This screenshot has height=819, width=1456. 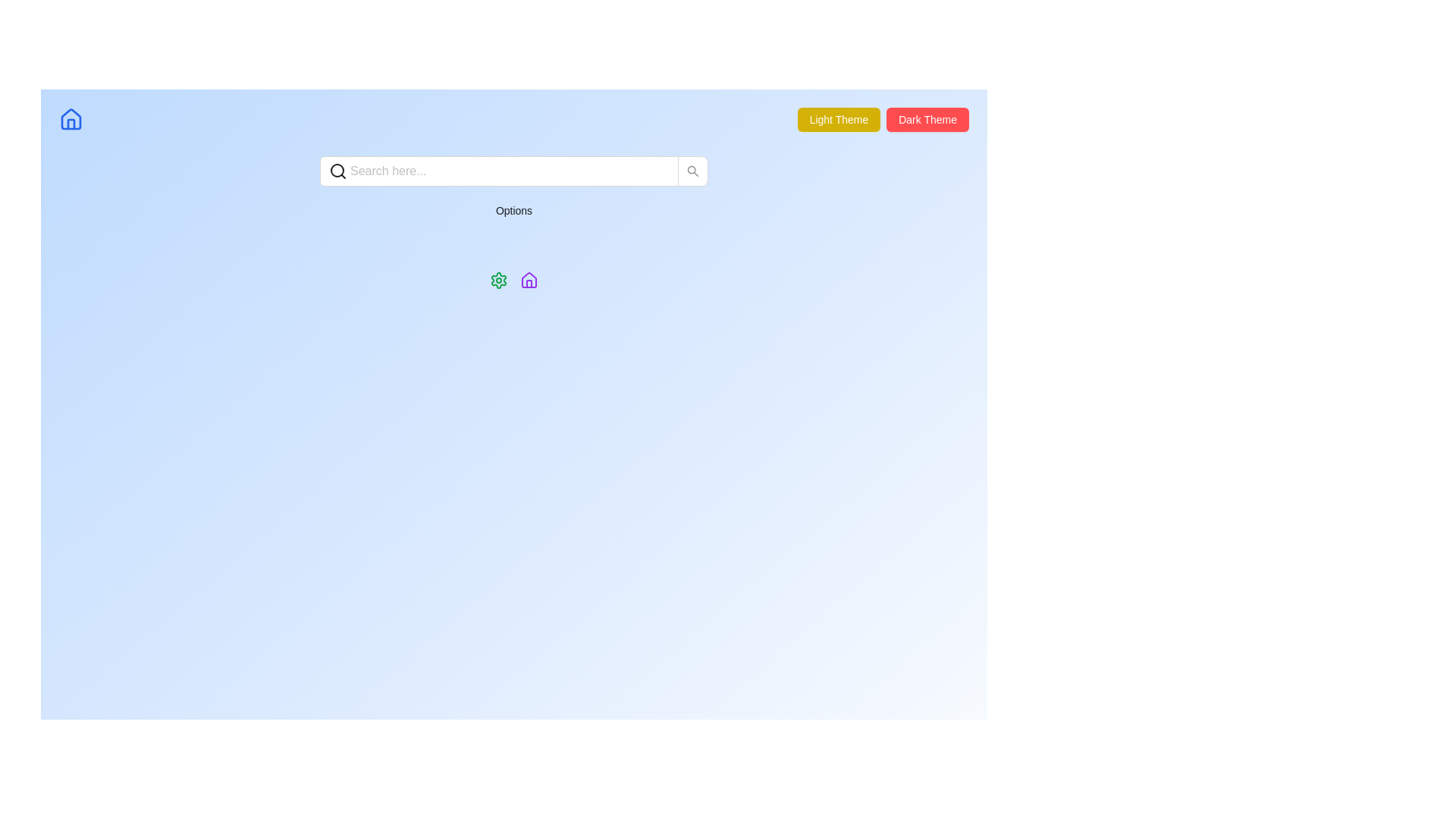 What do you see at coordinates (498, 281) in the screenshot?
I see `the green cogwheel icon, which is centrally positioned below the search bar and next to the 'Options' text` at bounding box center [498, 281].